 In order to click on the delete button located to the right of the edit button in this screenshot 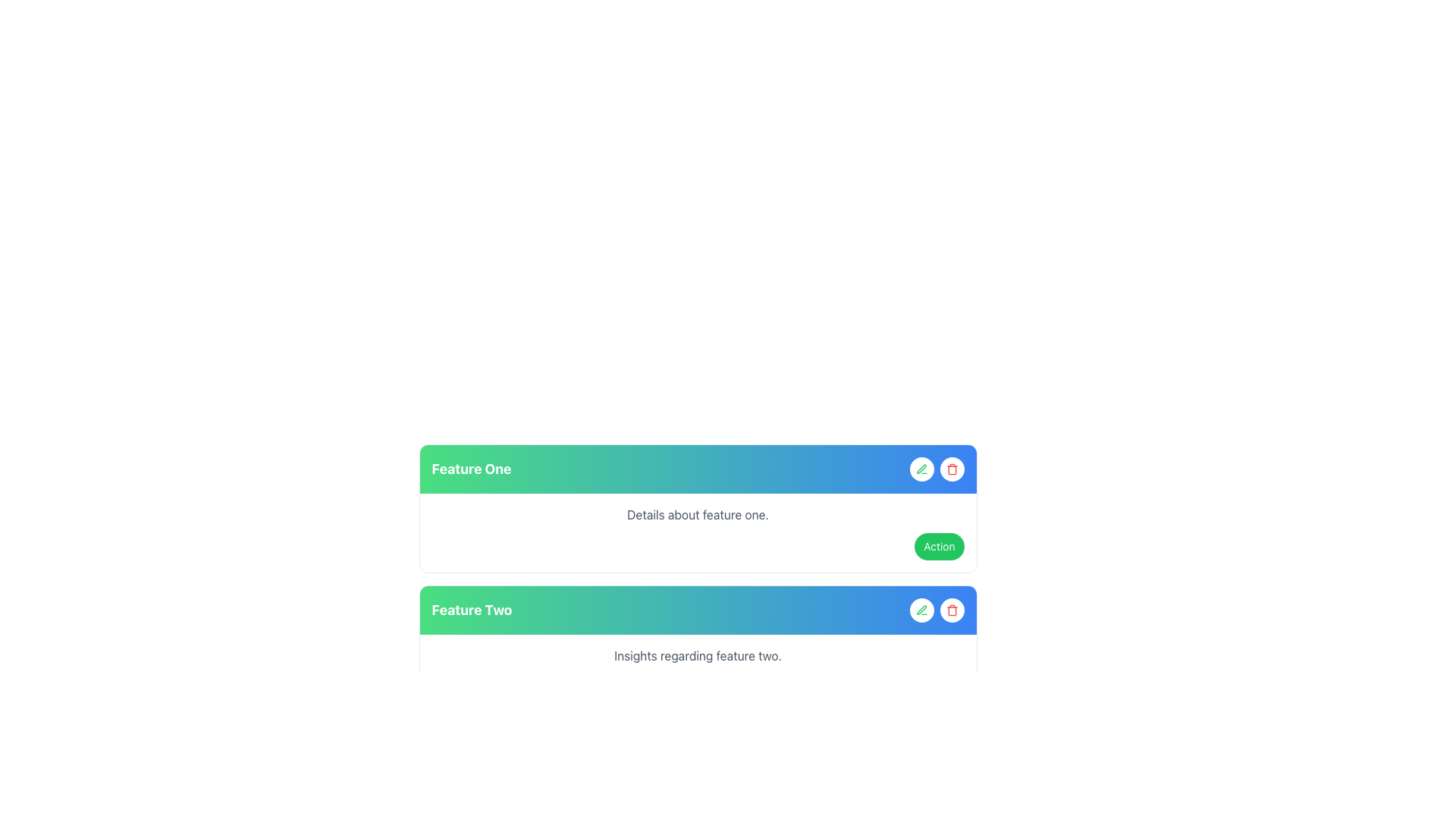, I will do `click(951, 610)`.